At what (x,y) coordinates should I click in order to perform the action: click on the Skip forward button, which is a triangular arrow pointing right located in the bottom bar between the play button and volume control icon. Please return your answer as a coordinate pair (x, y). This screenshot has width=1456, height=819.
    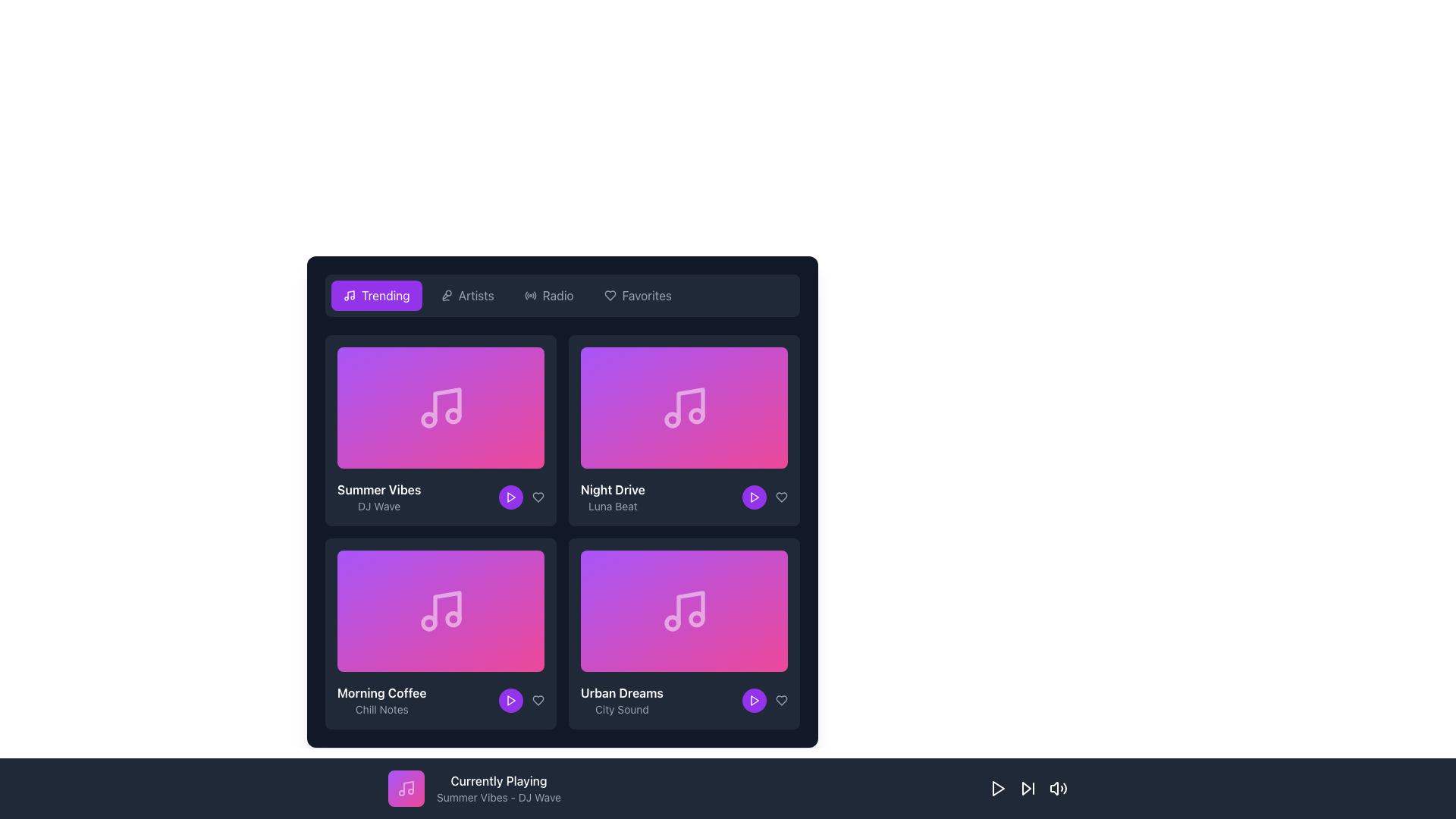
    Looking at the image, I should click on (1028, 788).